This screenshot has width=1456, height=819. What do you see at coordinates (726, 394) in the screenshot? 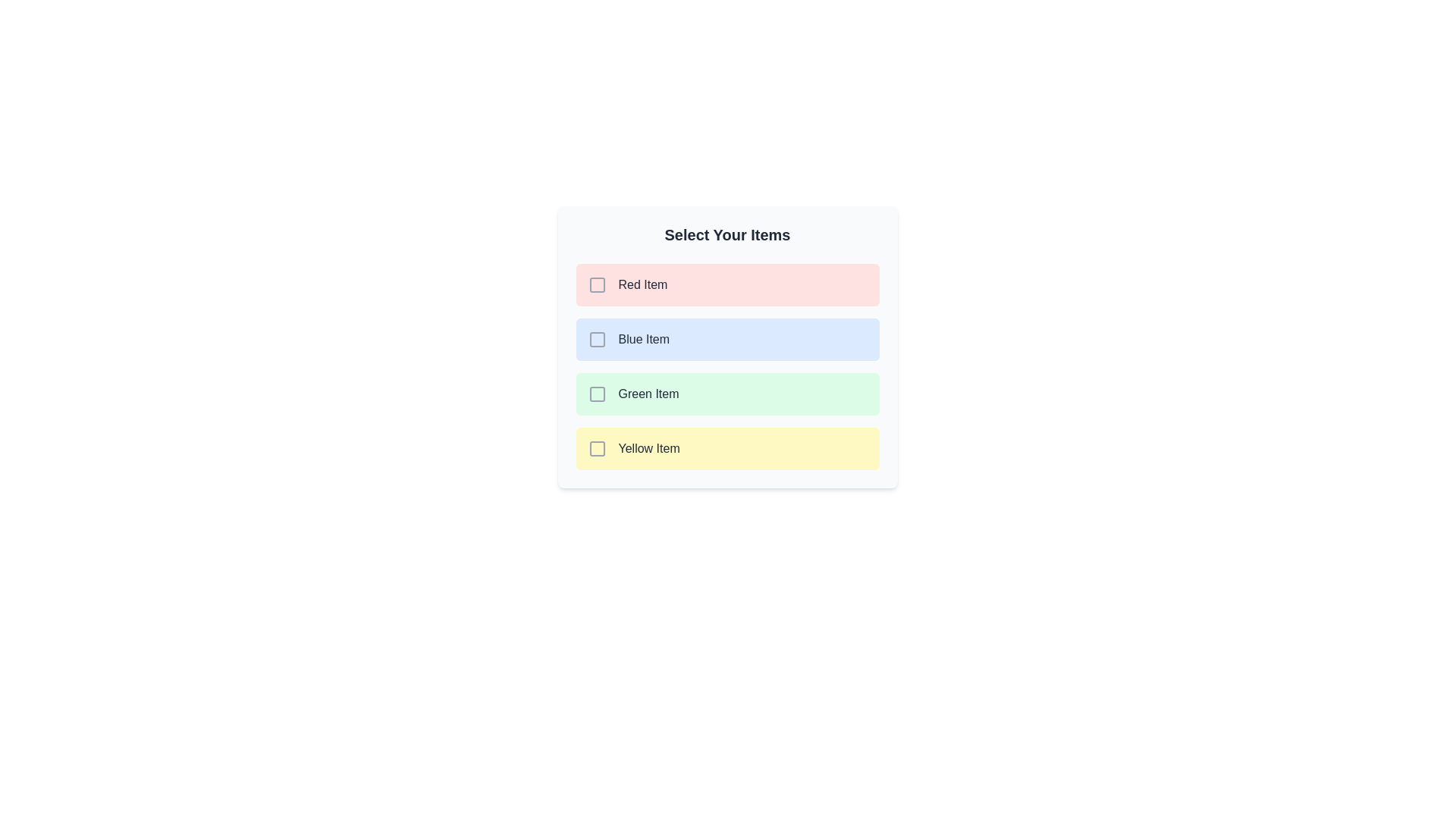
I see `the item Green Item to observe its hover effect` at bounding box center [726, 394].